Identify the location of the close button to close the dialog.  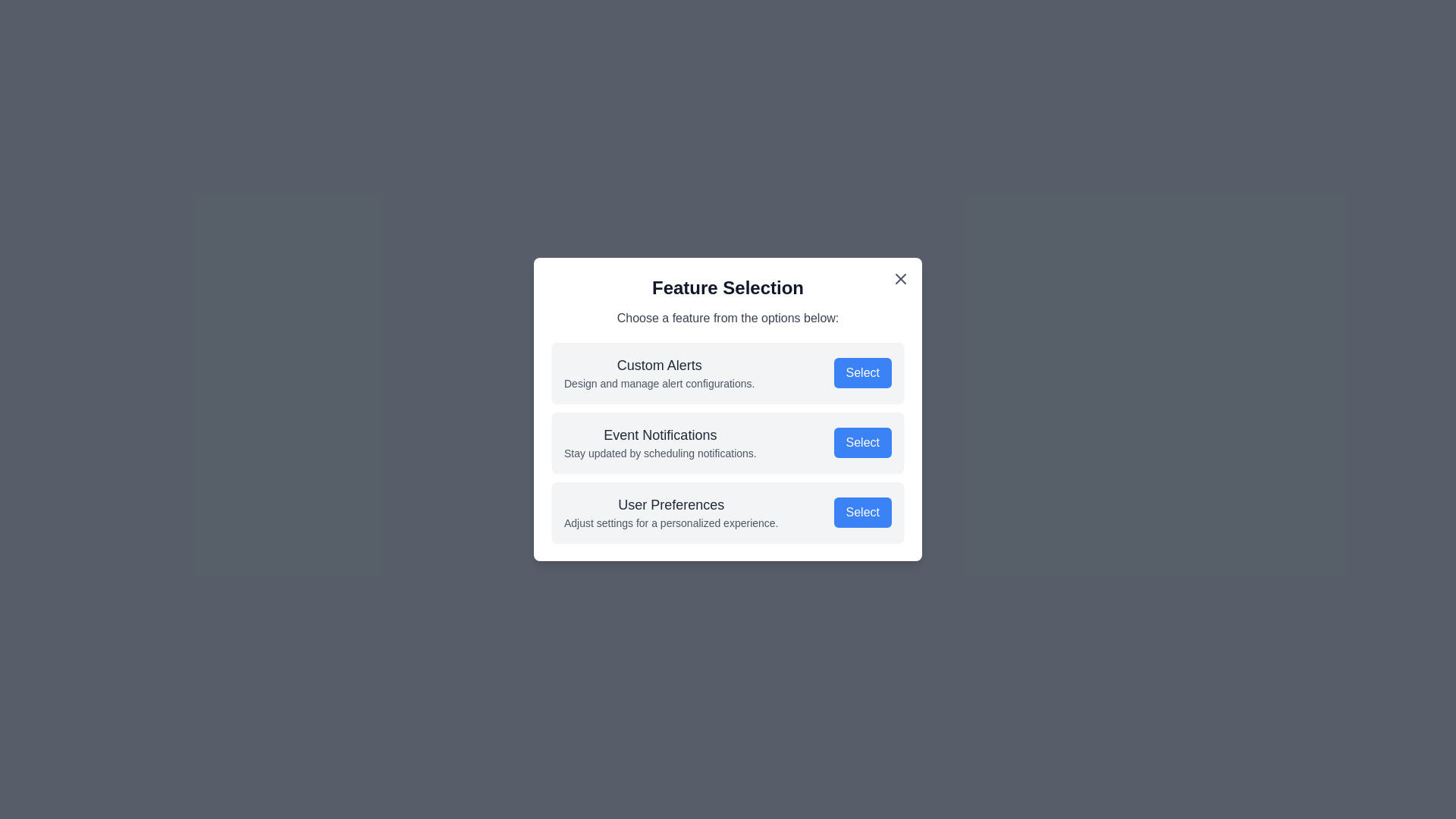
(901, 278).